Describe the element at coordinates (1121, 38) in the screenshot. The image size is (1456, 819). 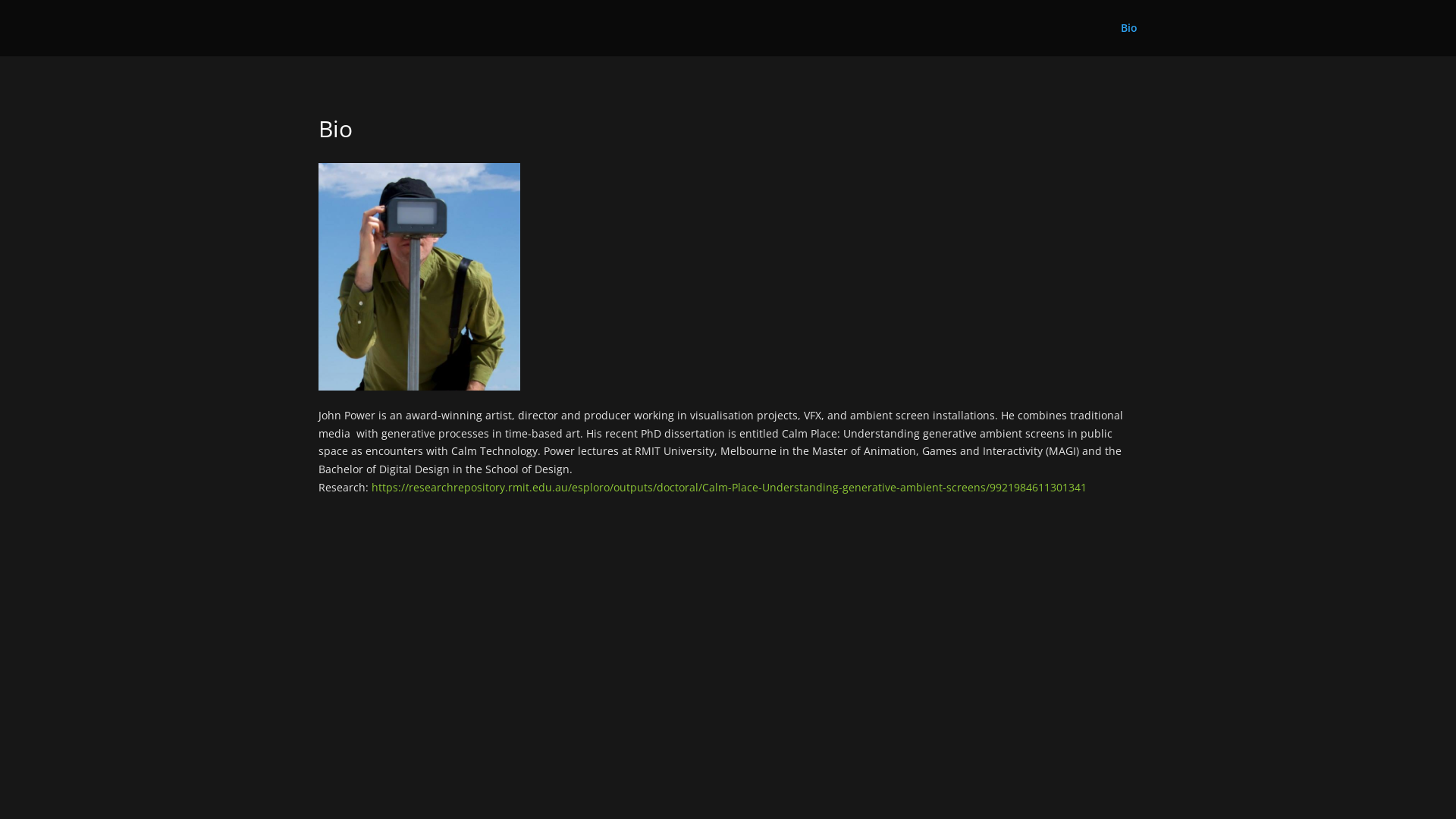
I see `'Bio'` at that location.